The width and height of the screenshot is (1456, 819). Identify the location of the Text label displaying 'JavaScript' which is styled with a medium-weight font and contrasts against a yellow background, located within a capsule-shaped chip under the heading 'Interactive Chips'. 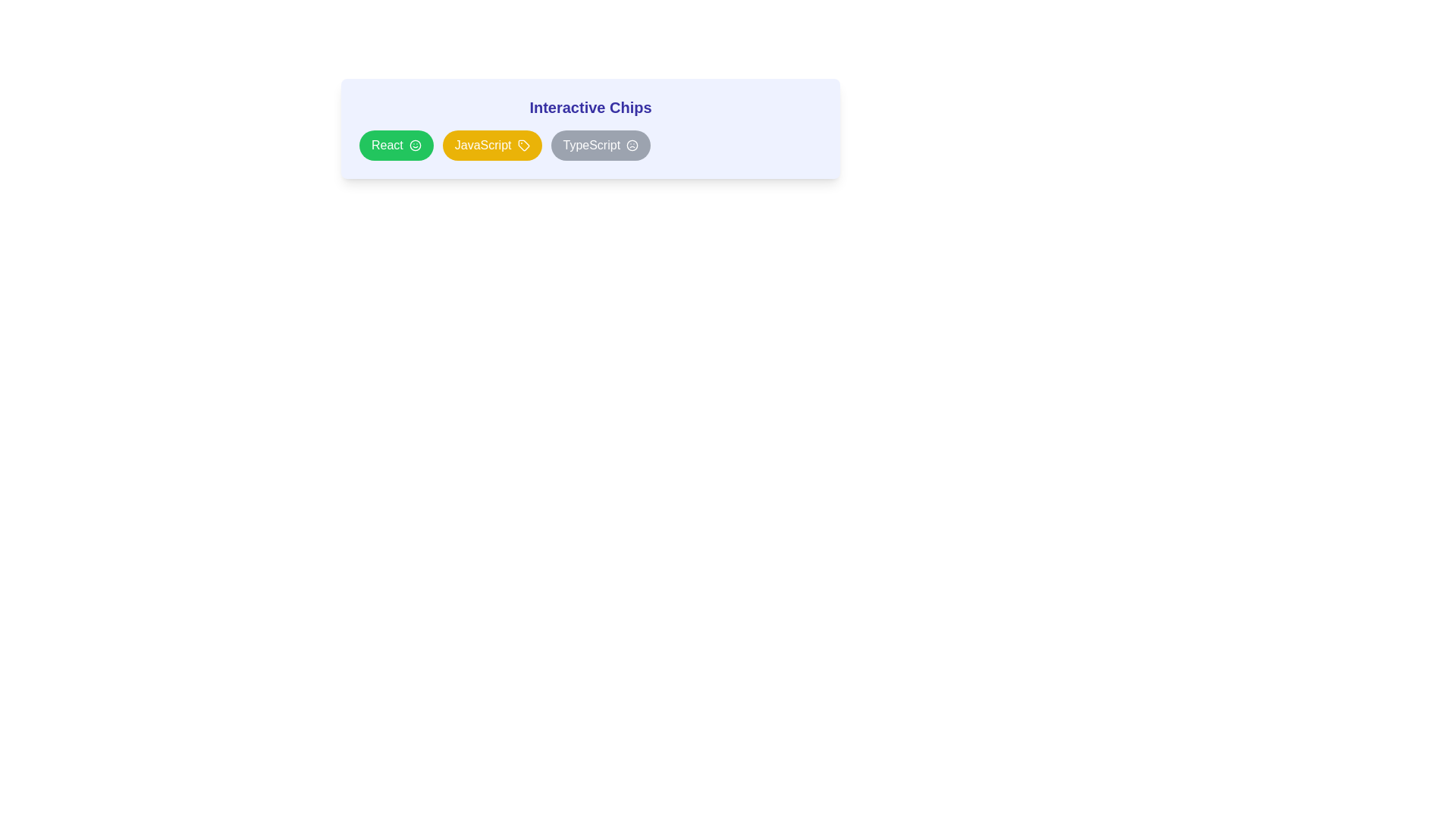
(482, 146).